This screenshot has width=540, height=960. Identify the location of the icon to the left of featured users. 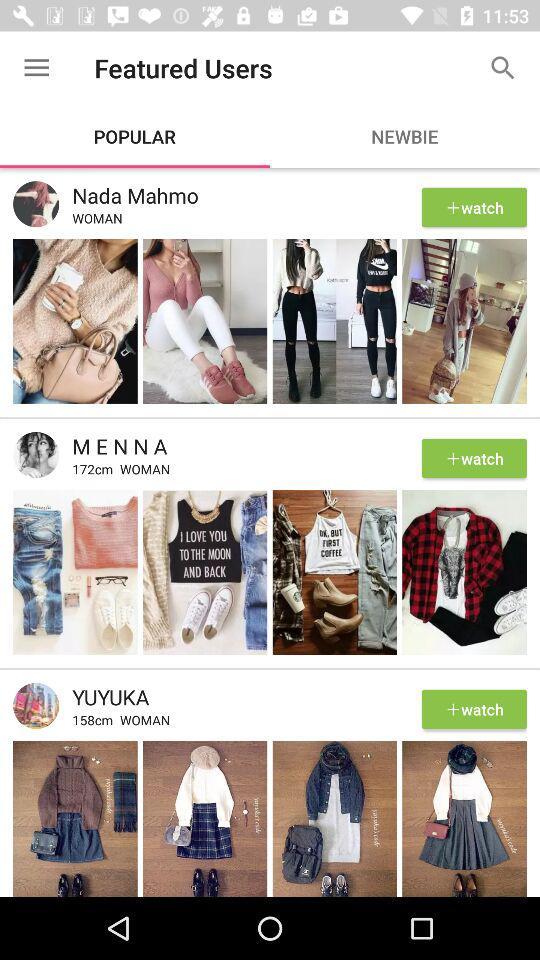
(36, 68).